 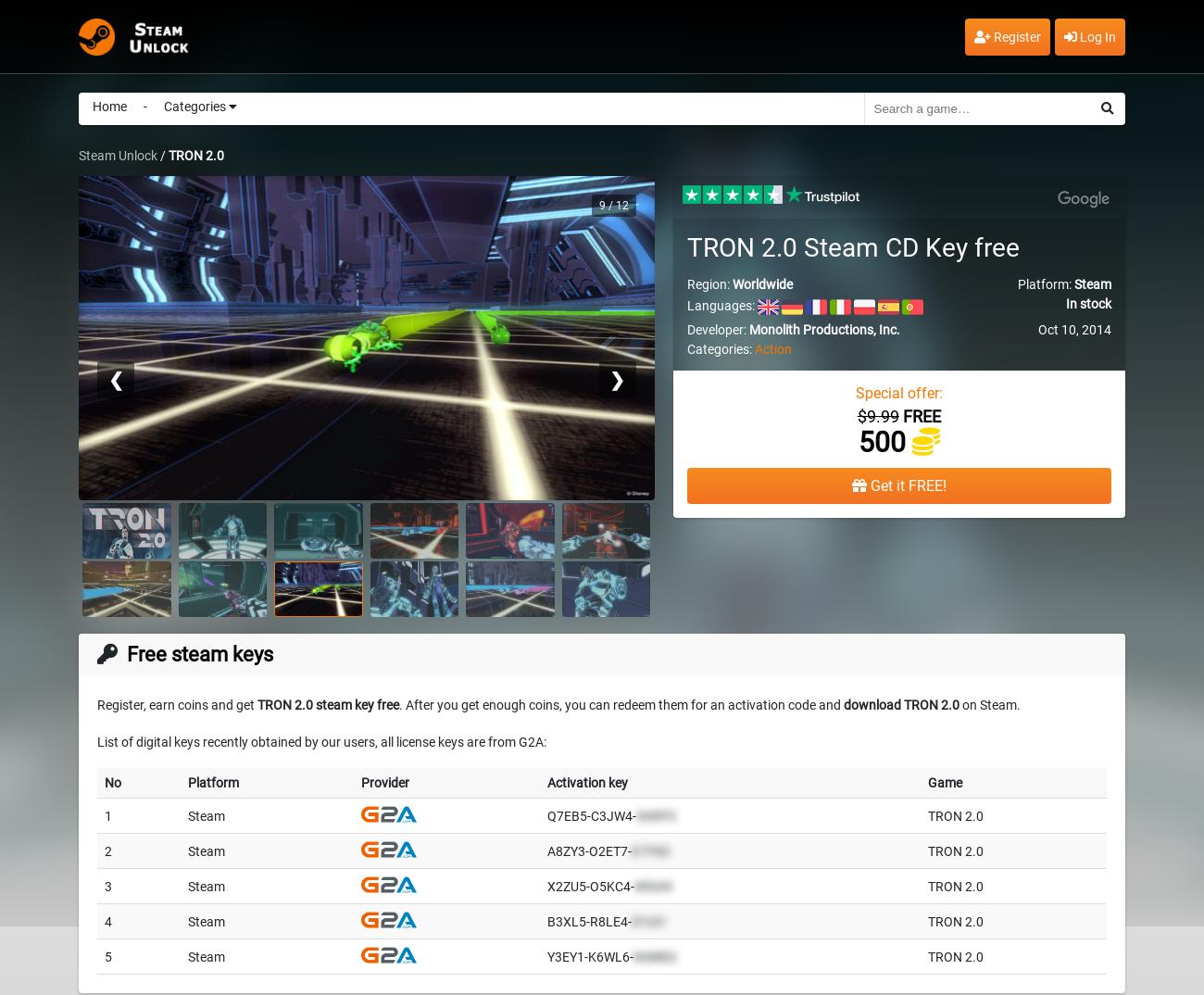 I want to click on 'Home', so click(x=108, y=106).